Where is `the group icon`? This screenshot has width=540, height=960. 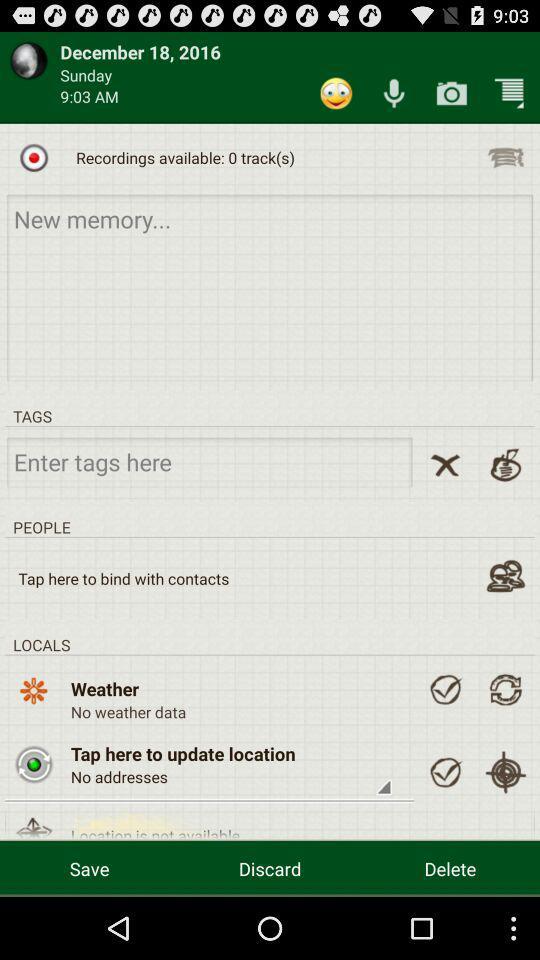 the group icon is located at coordinates (504, 615).